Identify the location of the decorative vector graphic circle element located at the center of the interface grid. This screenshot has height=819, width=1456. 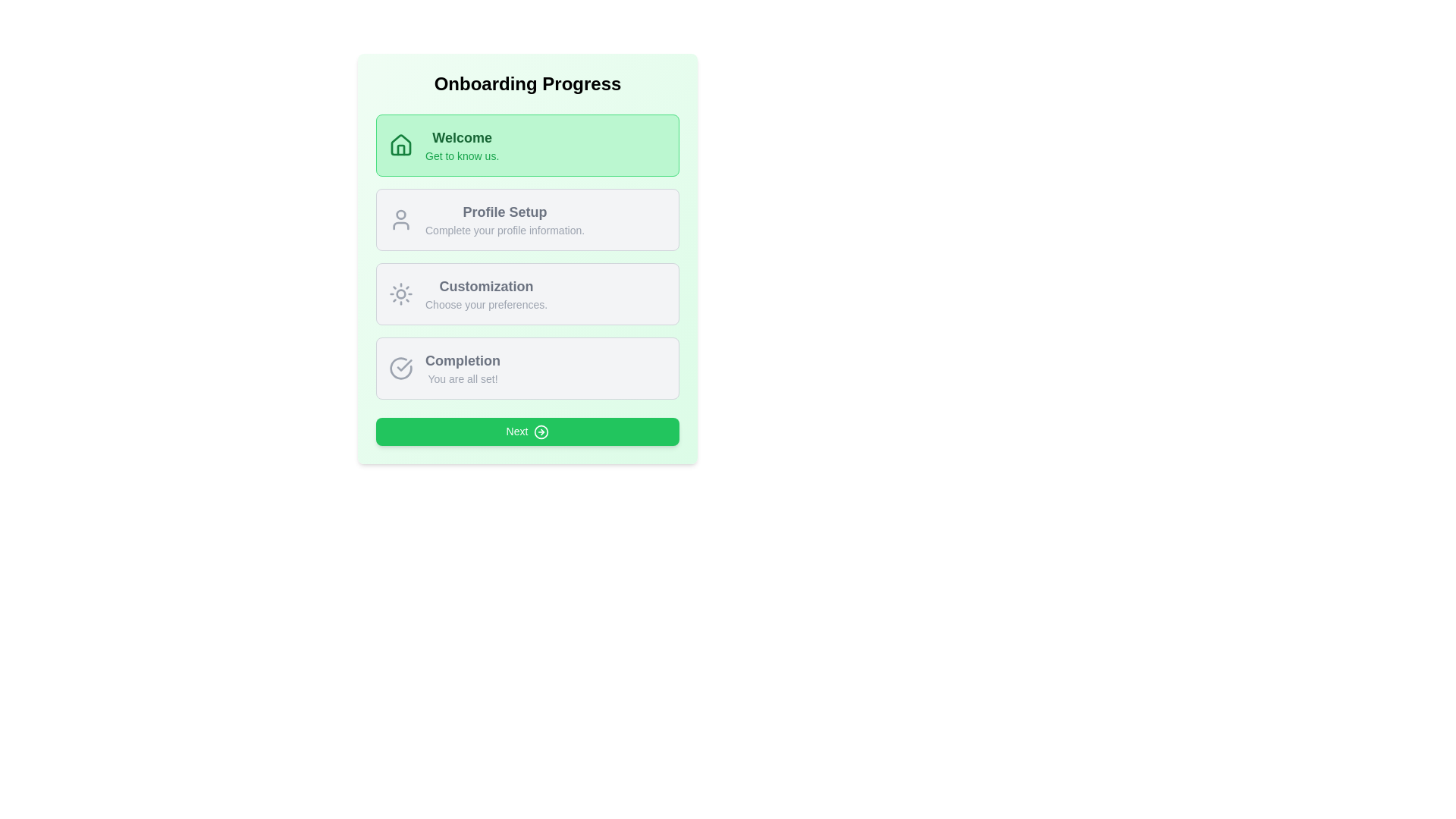
(400, 294).